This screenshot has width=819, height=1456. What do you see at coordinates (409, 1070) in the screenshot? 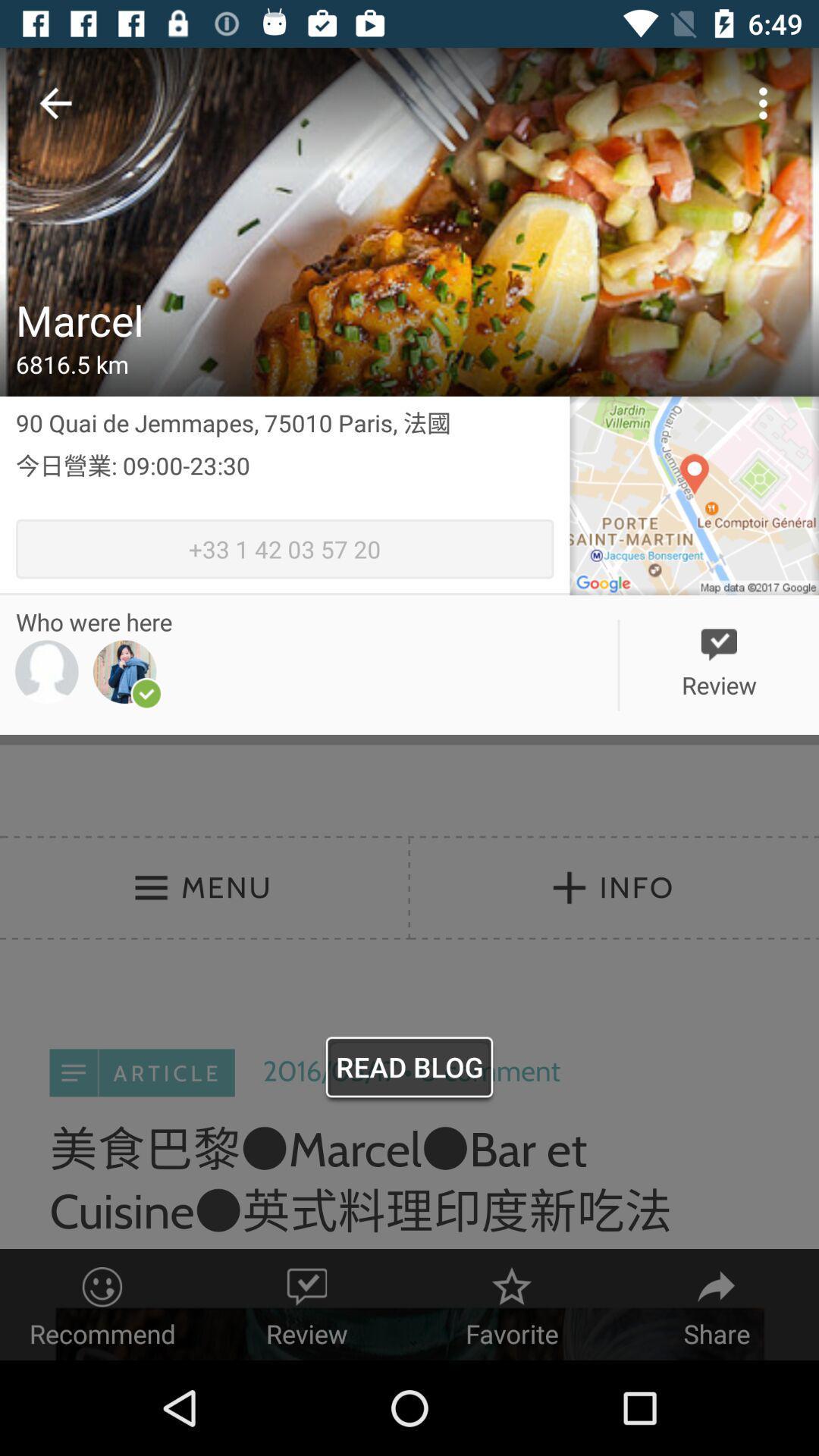
I see `the read blog` at bounding box center [409, 1070].